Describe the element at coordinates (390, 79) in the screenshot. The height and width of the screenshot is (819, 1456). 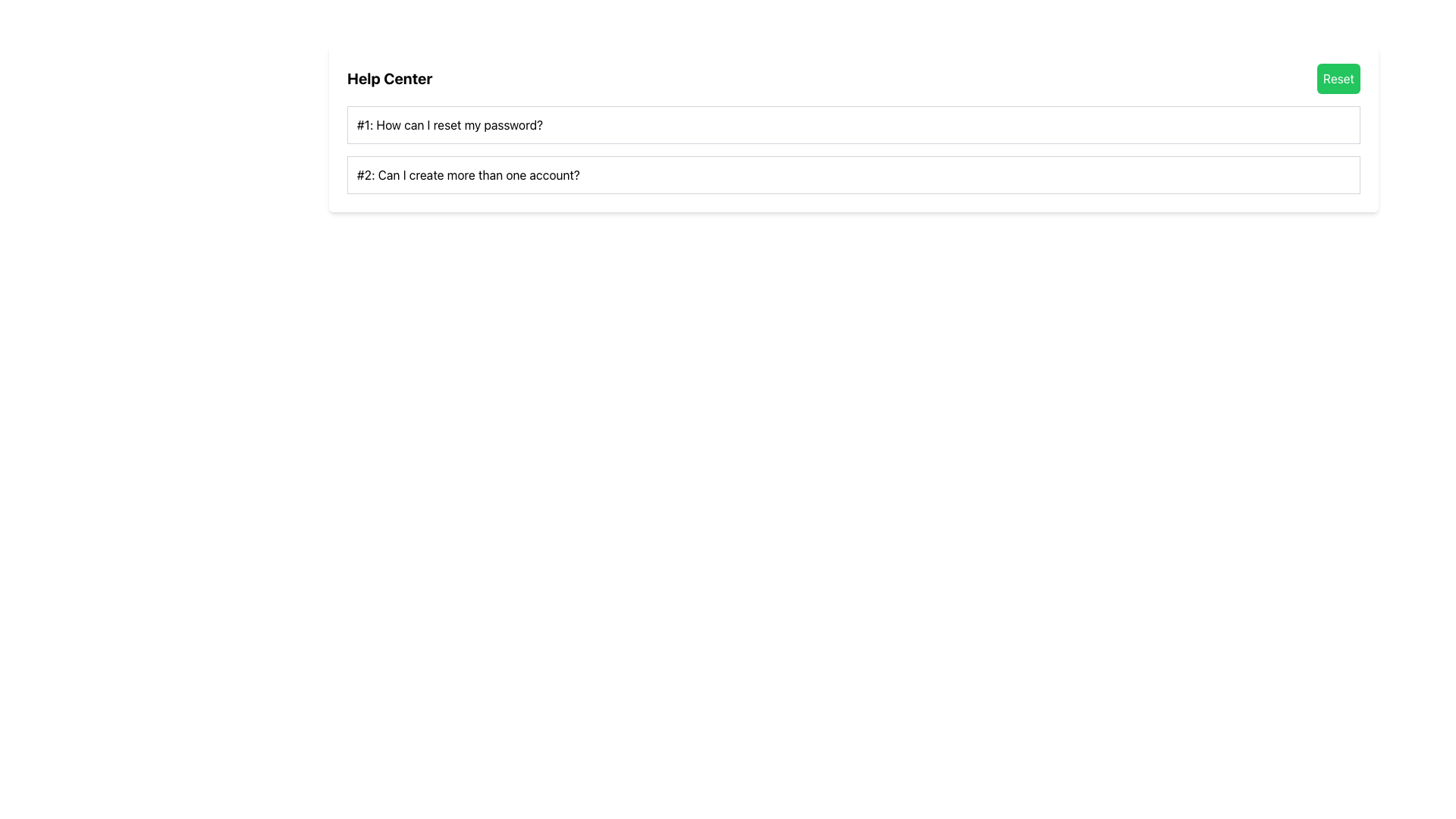
I see `the 'Help Center' text label, which is prominently displayed in bold and extra-large font at the upper left of the interface` at that location.